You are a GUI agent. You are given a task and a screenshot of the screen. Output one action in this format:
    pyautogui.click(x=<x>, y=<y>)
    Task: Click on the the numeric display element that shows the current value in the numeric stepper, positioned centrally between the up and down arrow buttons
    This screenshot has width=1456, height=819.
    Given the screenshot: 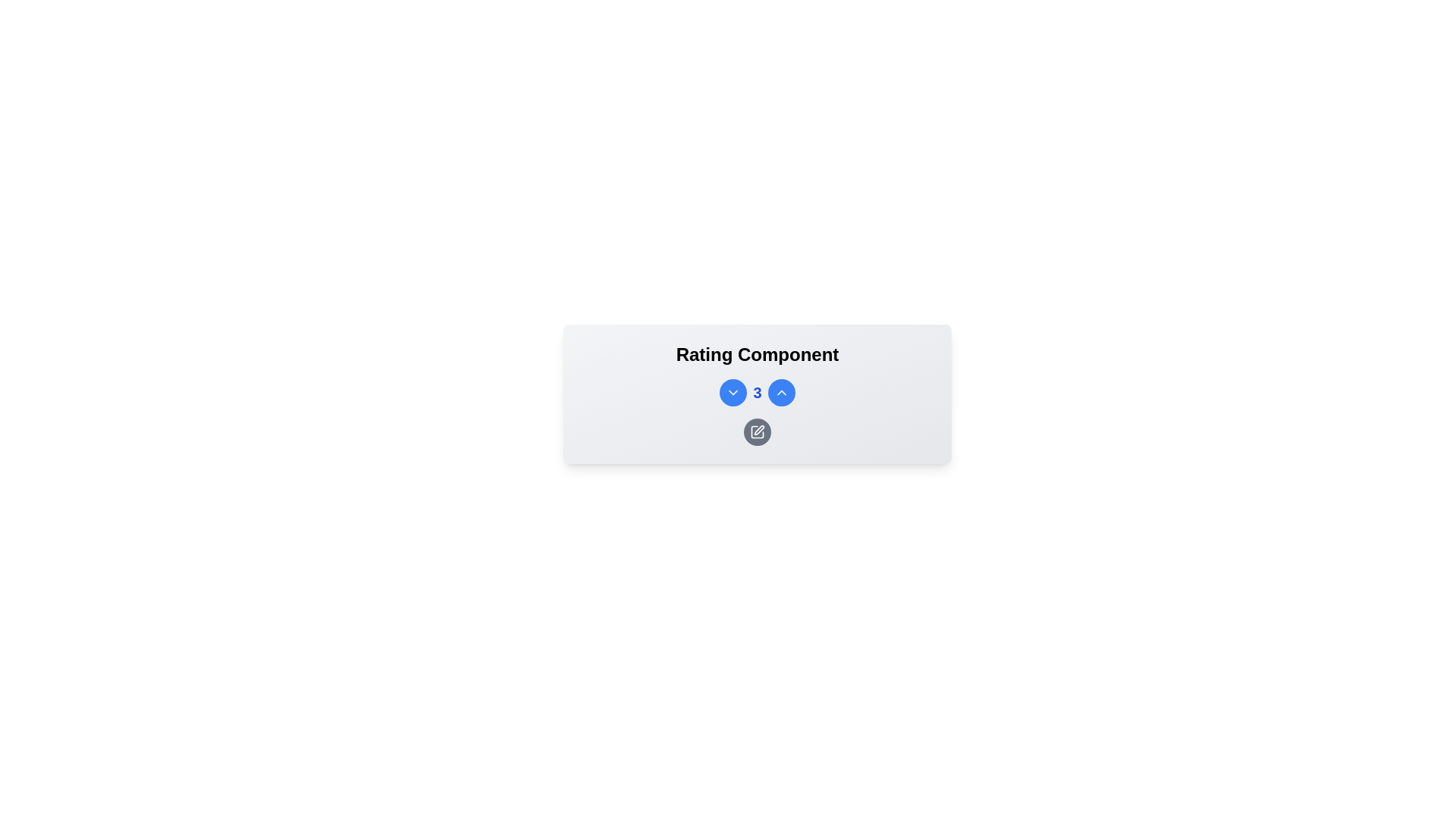 What is the action you would take?
    pyautogui.click(x=757, y=391)
    